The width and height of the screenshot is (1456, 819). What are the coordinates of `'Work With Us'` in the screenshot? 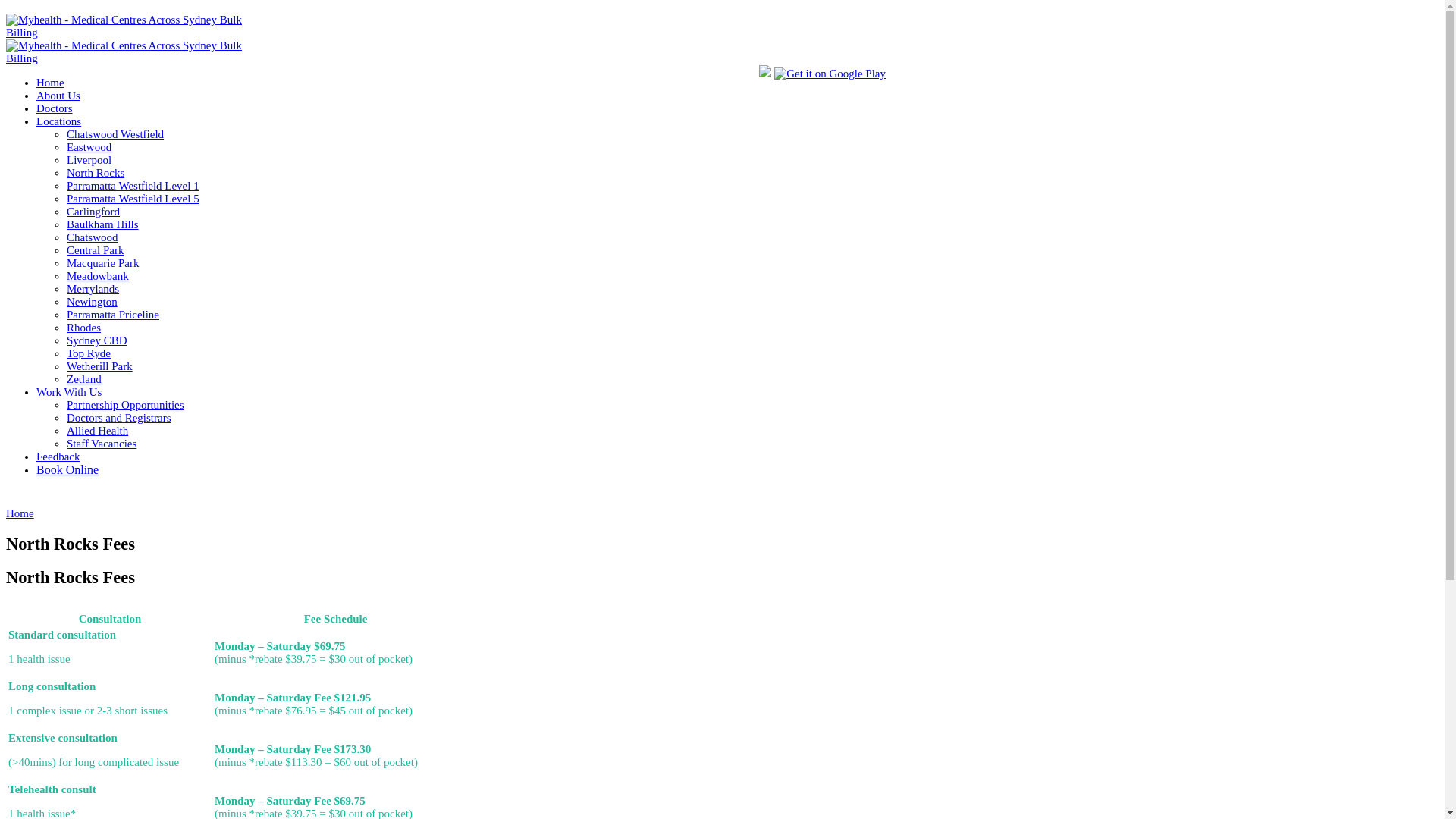 It's located at (68, 391).